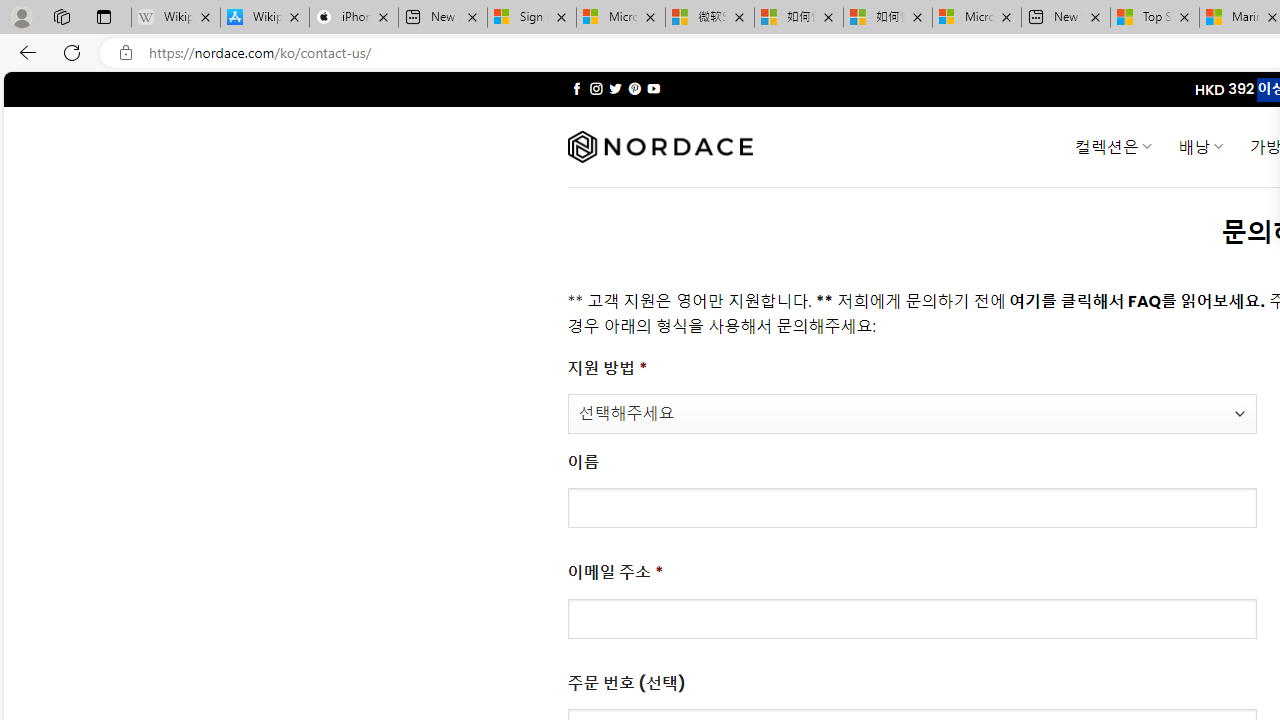 Image resolution: width=1280 pixels, height=720 pixels. I want to click on 'Follow on Instagram', so click(595, 88).